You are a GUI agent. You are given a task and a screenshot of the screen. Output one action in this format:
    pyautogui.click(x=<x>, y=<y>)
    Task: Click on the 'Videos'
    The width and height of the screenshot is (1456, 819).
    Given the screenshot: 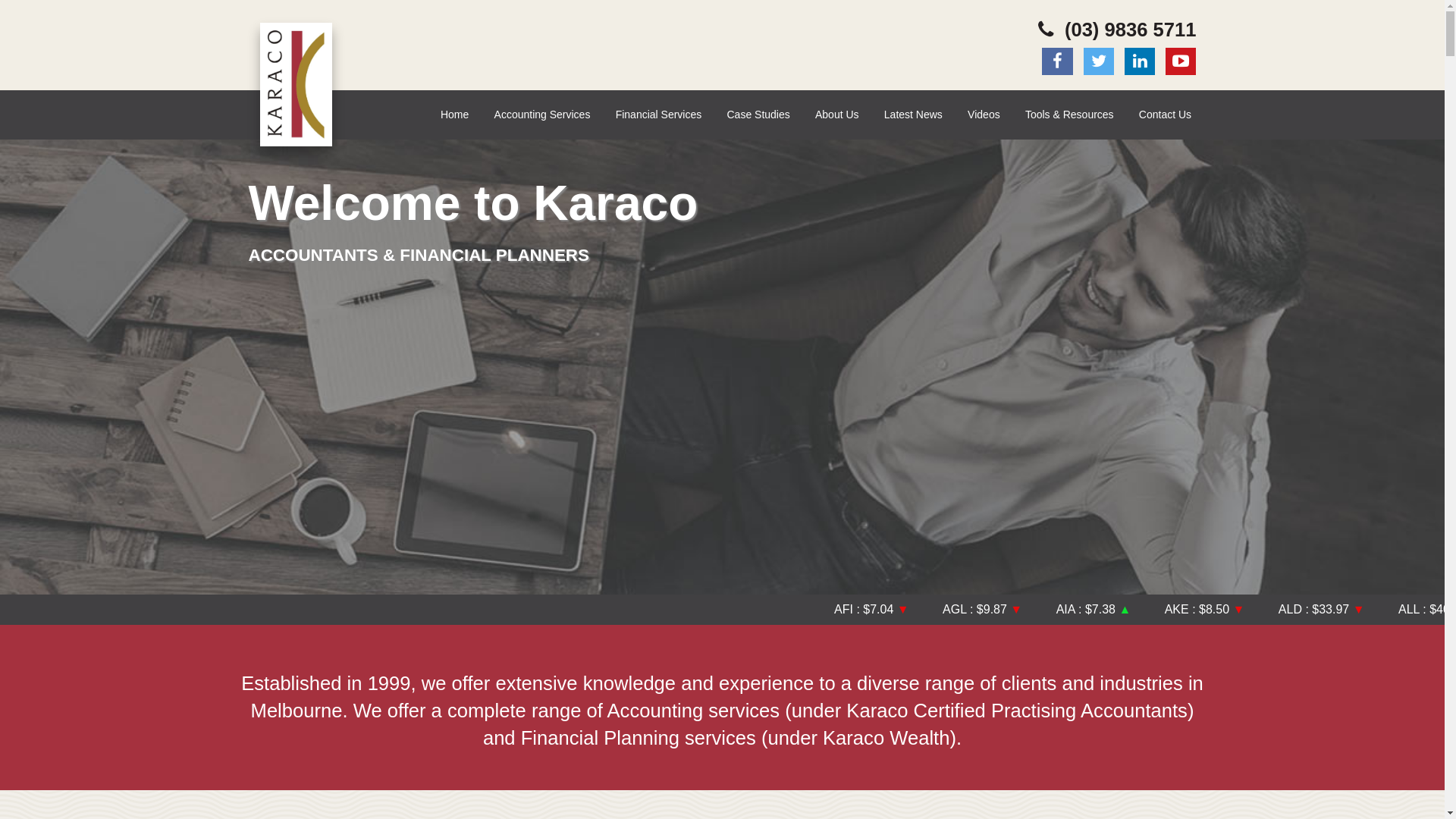 What is the action you would take?
    pyautogui.click(x=962, y=113)
    